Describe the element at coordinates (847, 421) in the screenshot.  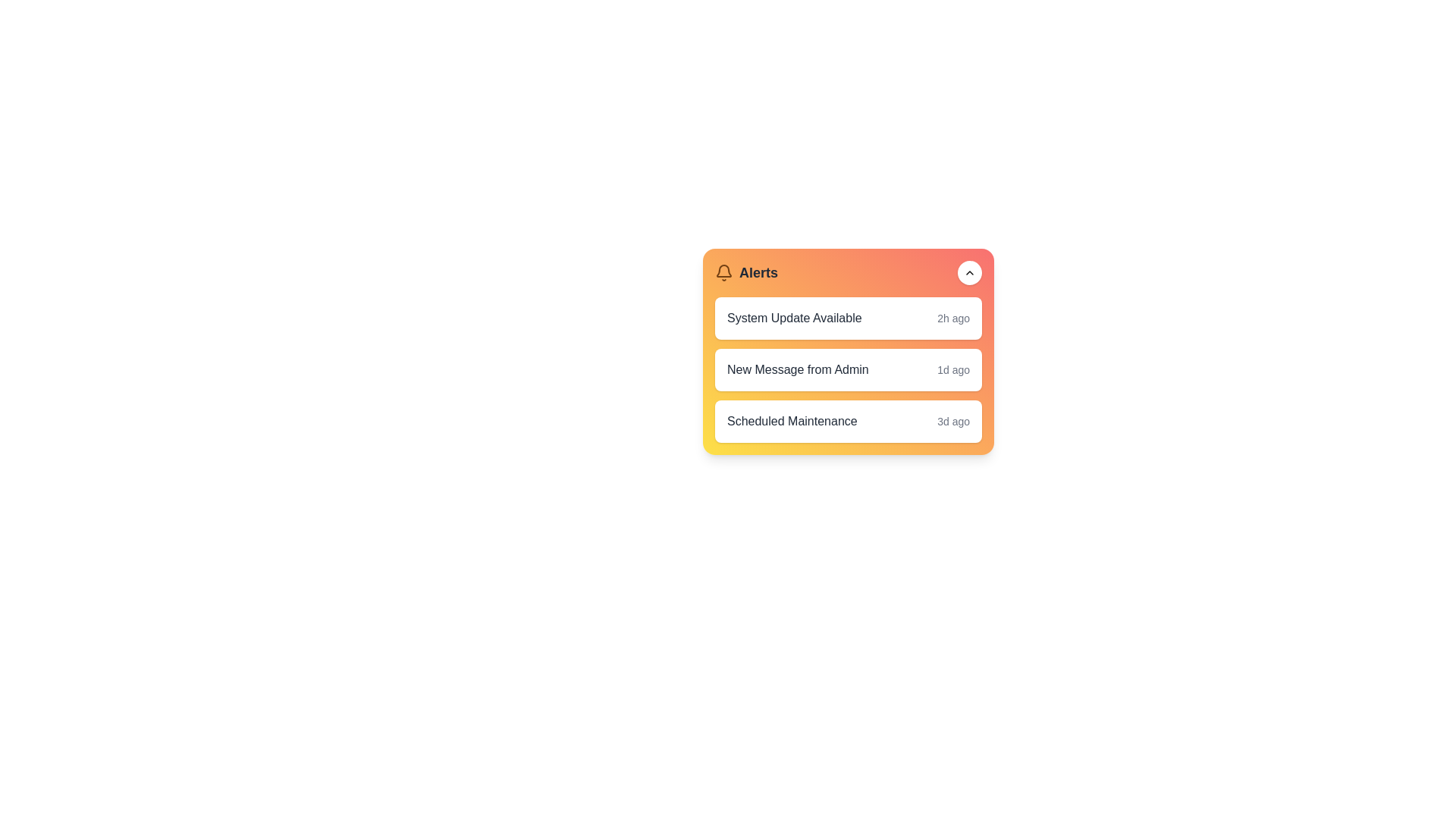
I see `the alert item corresponding to 3` at that location.